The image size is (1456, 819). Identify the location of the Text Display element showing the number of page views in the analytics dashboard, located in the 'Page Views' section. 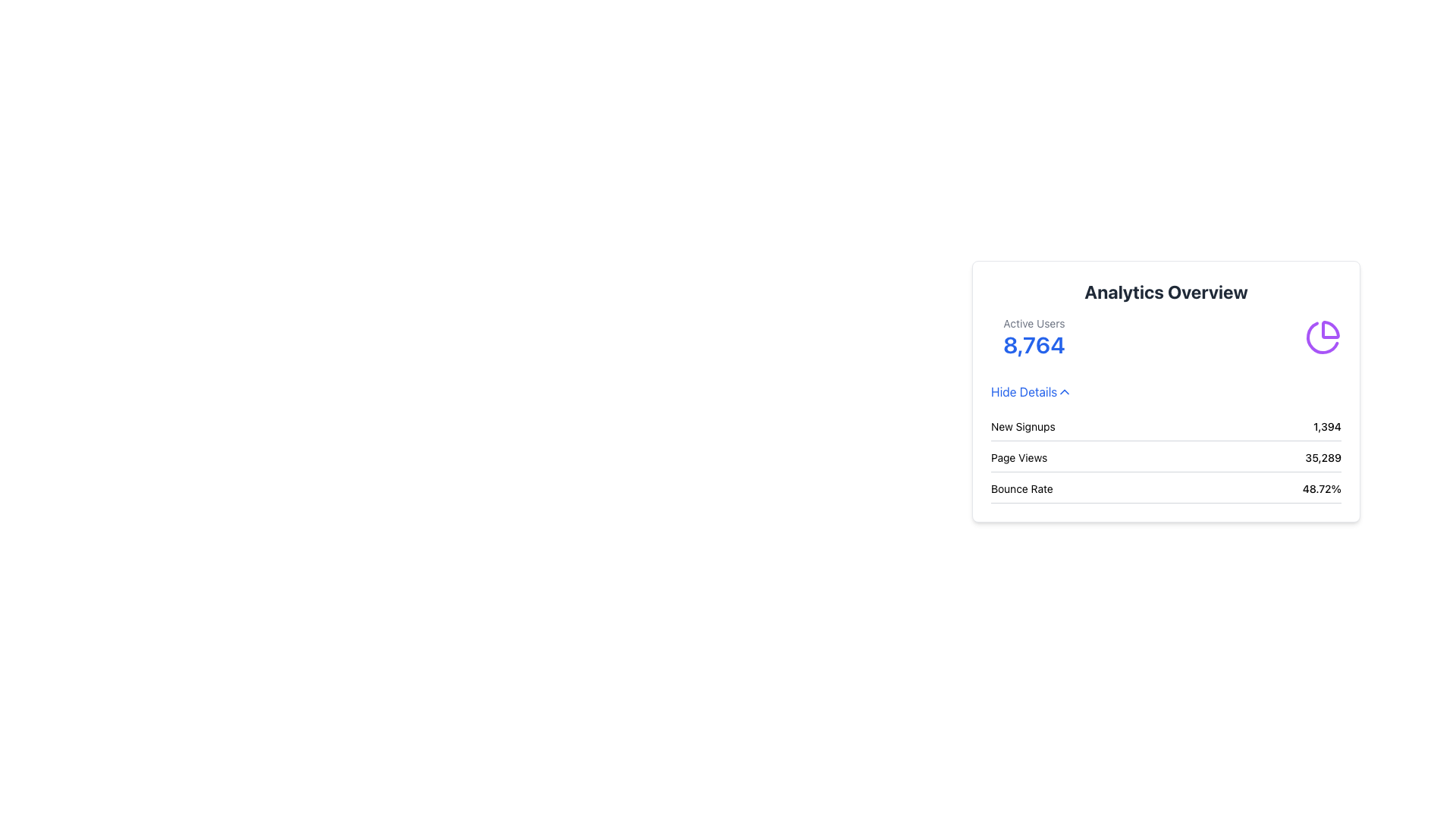
(1323, 457).